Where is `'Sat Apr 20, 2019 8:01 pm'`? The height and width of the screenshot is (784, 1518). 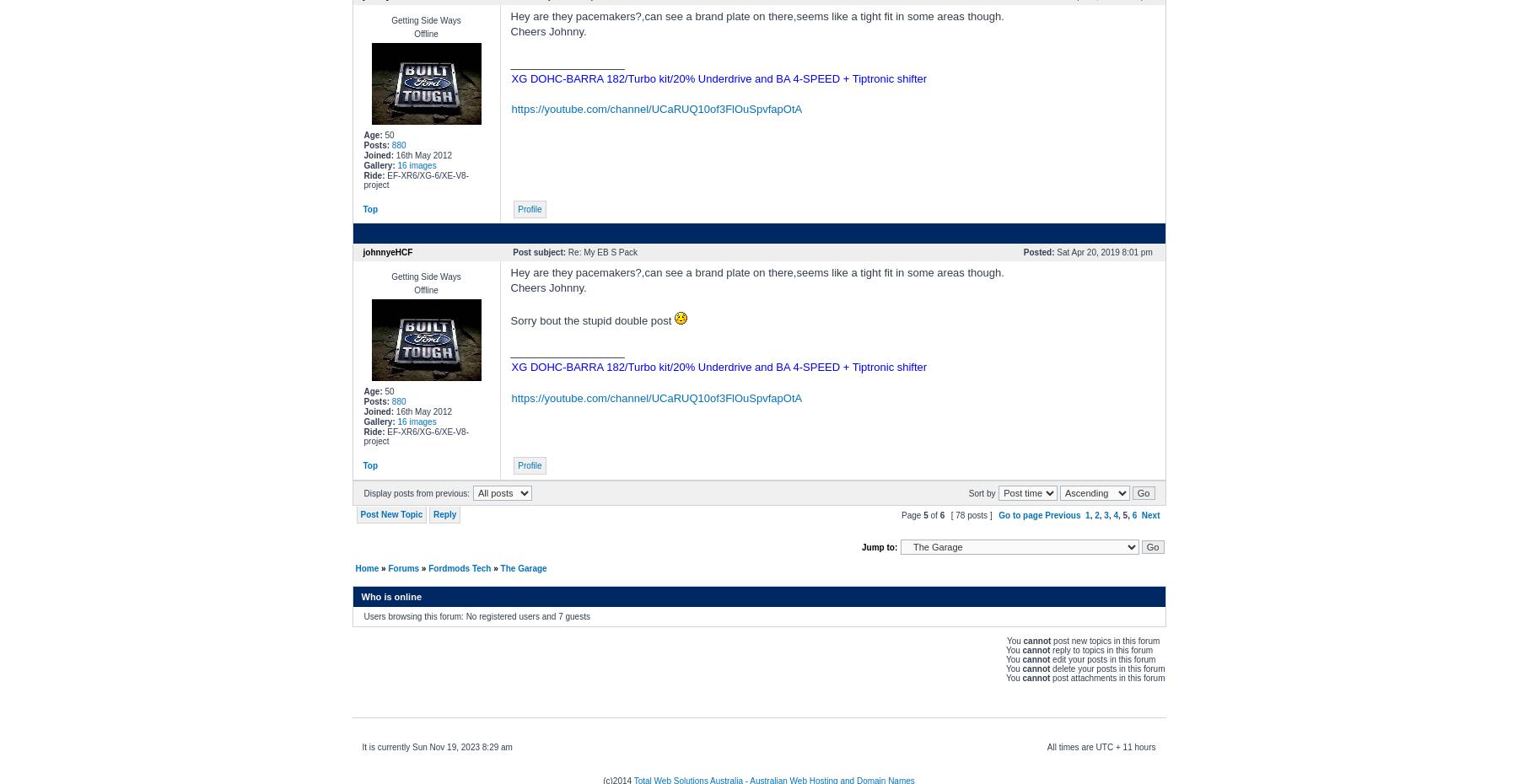 'Sat Apr 20, 2019 8:01 pm' is located at coordinates (1053, 252).